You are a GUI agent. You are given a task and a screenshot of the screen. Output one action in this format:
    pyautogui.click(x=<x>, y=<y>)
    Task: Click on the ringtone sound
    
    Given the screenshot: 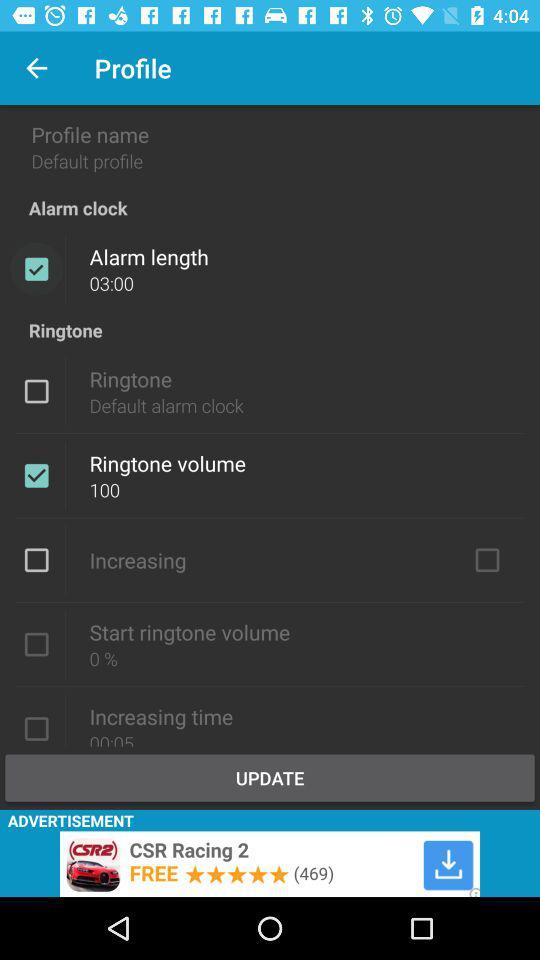 What is the action you would take?
    pyautogui.click(x=36, y=390)
    